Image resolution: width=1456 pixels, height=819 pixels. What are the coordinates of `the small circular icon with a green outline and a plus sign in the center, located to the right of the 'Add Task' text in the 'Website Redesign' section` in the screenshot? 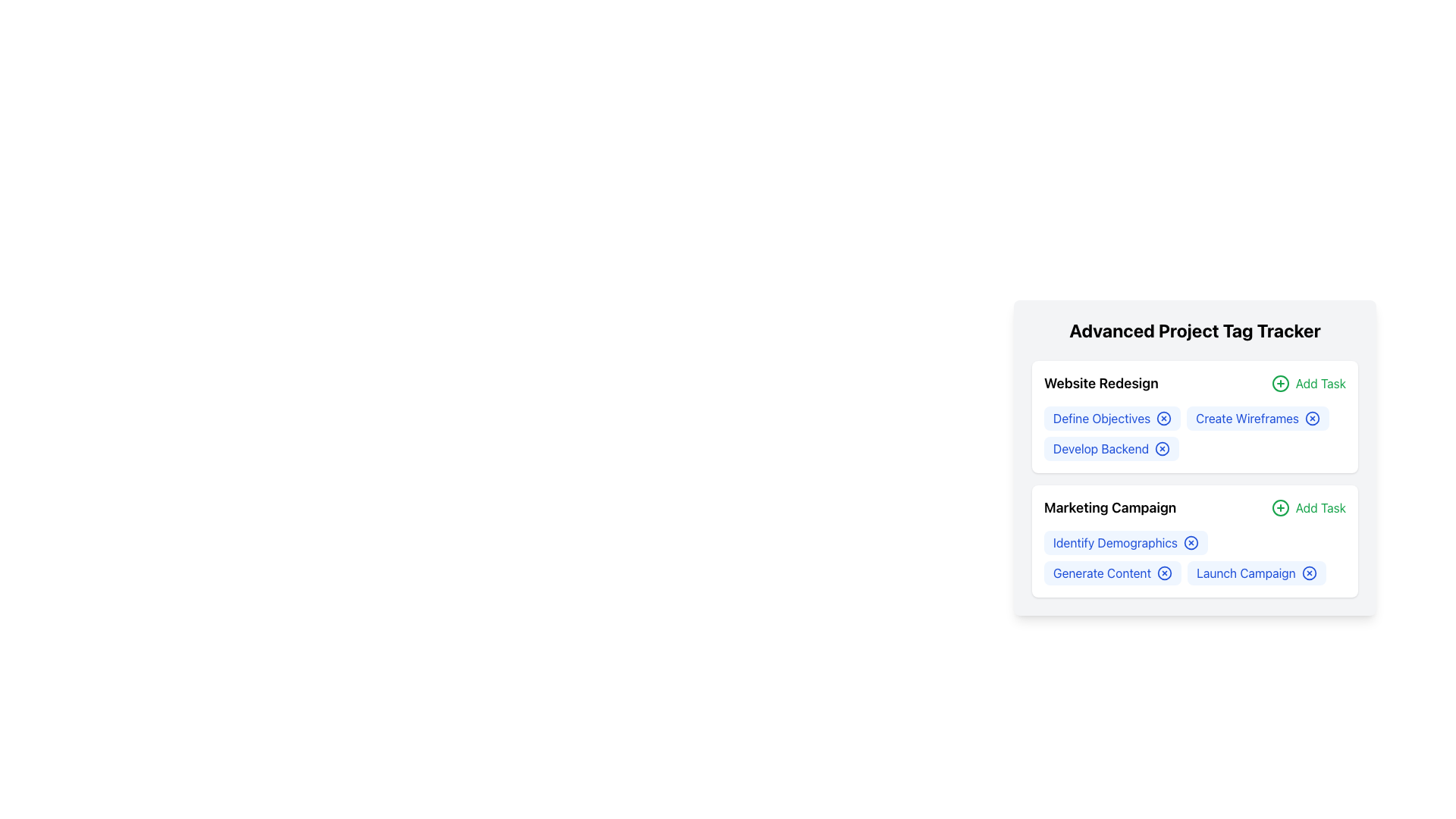 It's located at (1279, 382).